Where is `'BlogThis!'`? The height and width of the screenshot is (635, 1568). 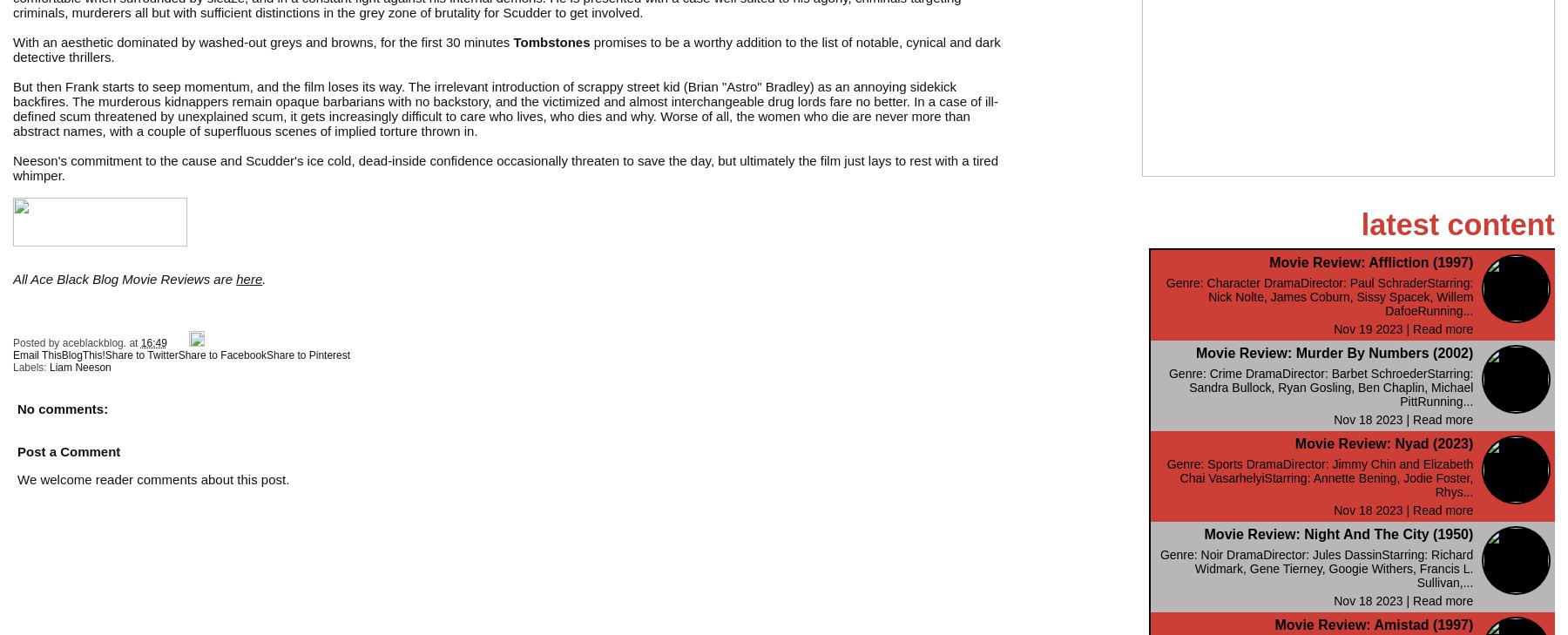 'BlogThis!' is located at coordinates (82, 355).